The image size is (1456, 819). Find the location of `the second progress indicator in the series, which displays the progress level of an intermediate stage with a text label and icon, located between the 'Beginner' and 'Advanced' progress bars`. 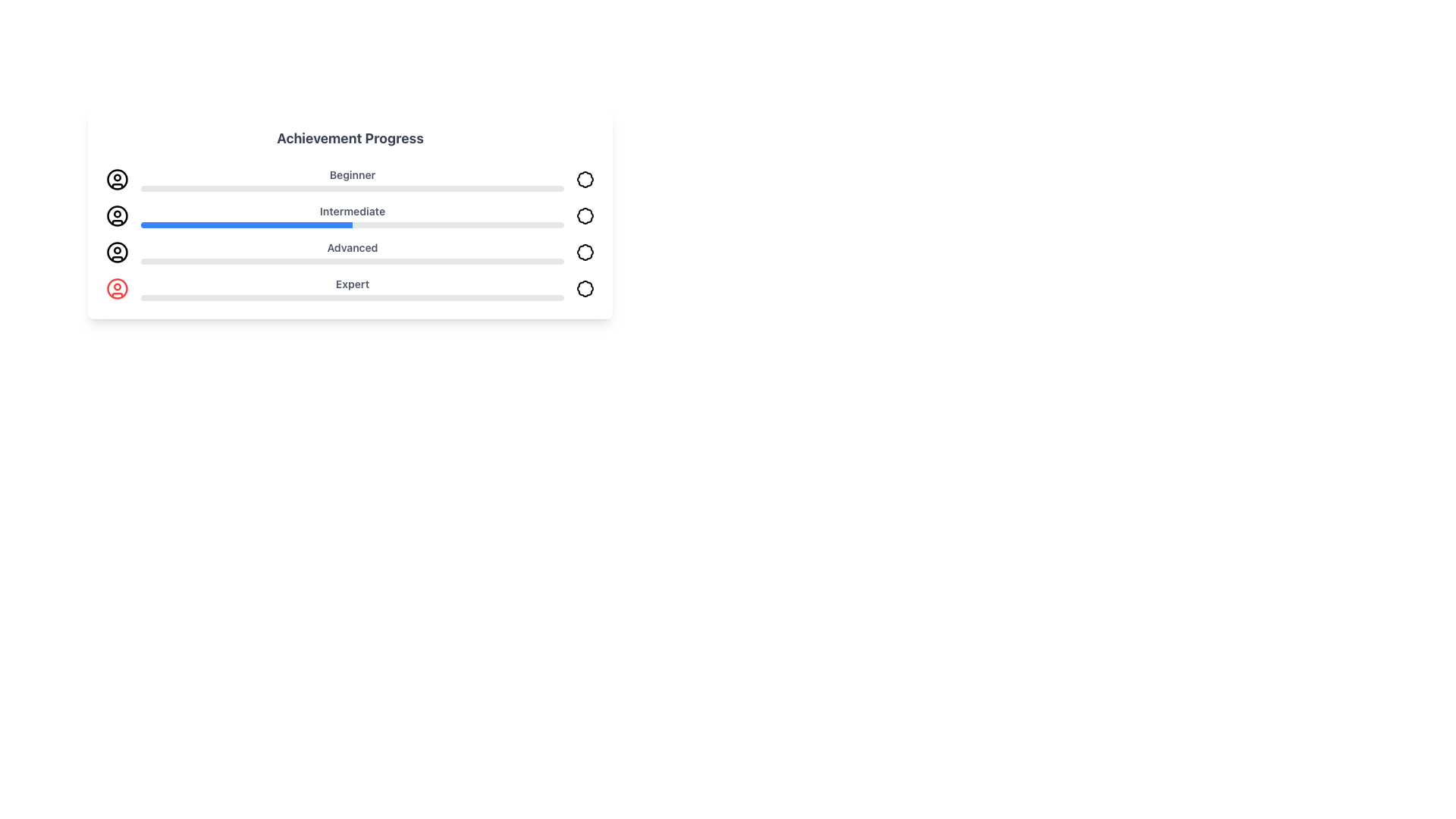

the second progress indicator in the series, which displays the progress level of an intermediate stage with a text label and icon, located between the 'Beginner' and 'Advanced' progress bars is located at coordinates (349, 216).